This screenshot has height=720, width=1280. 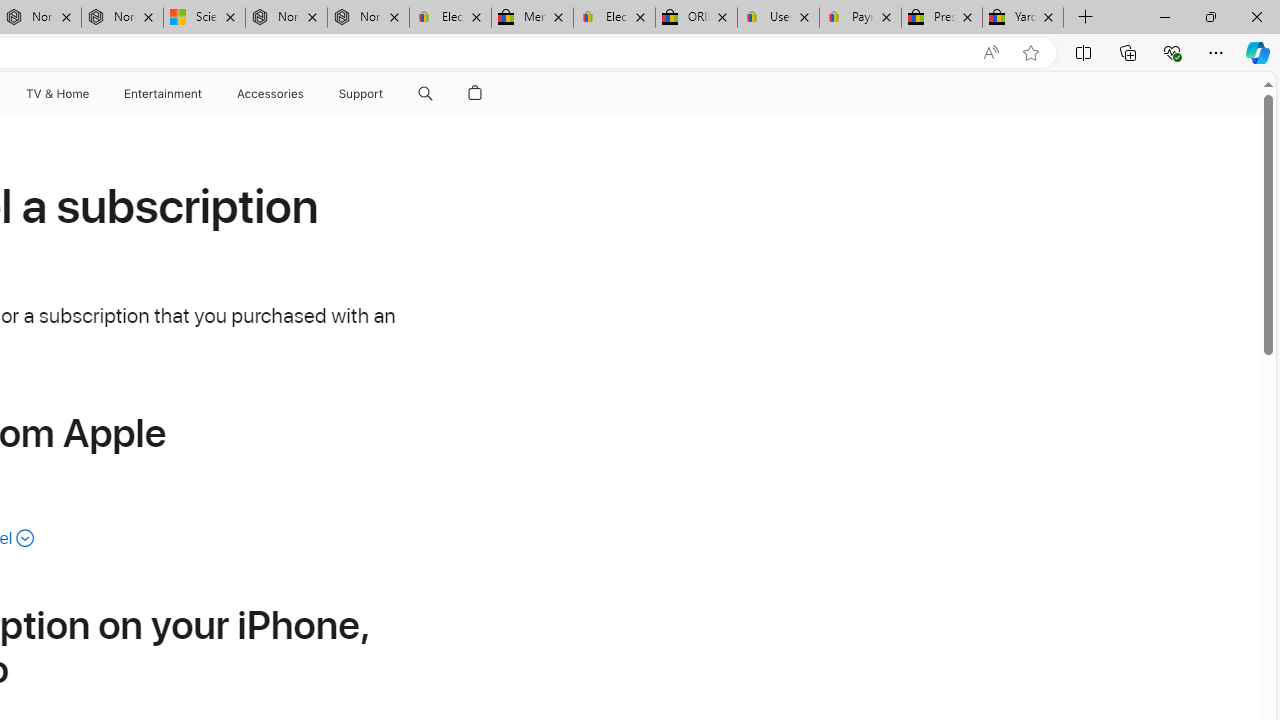 What do you see at coordinates (991, 52) in the screenshot?
I see `'Read aloud this page (Ctrl+Shift+U)'` at bounding box center [991, 52].